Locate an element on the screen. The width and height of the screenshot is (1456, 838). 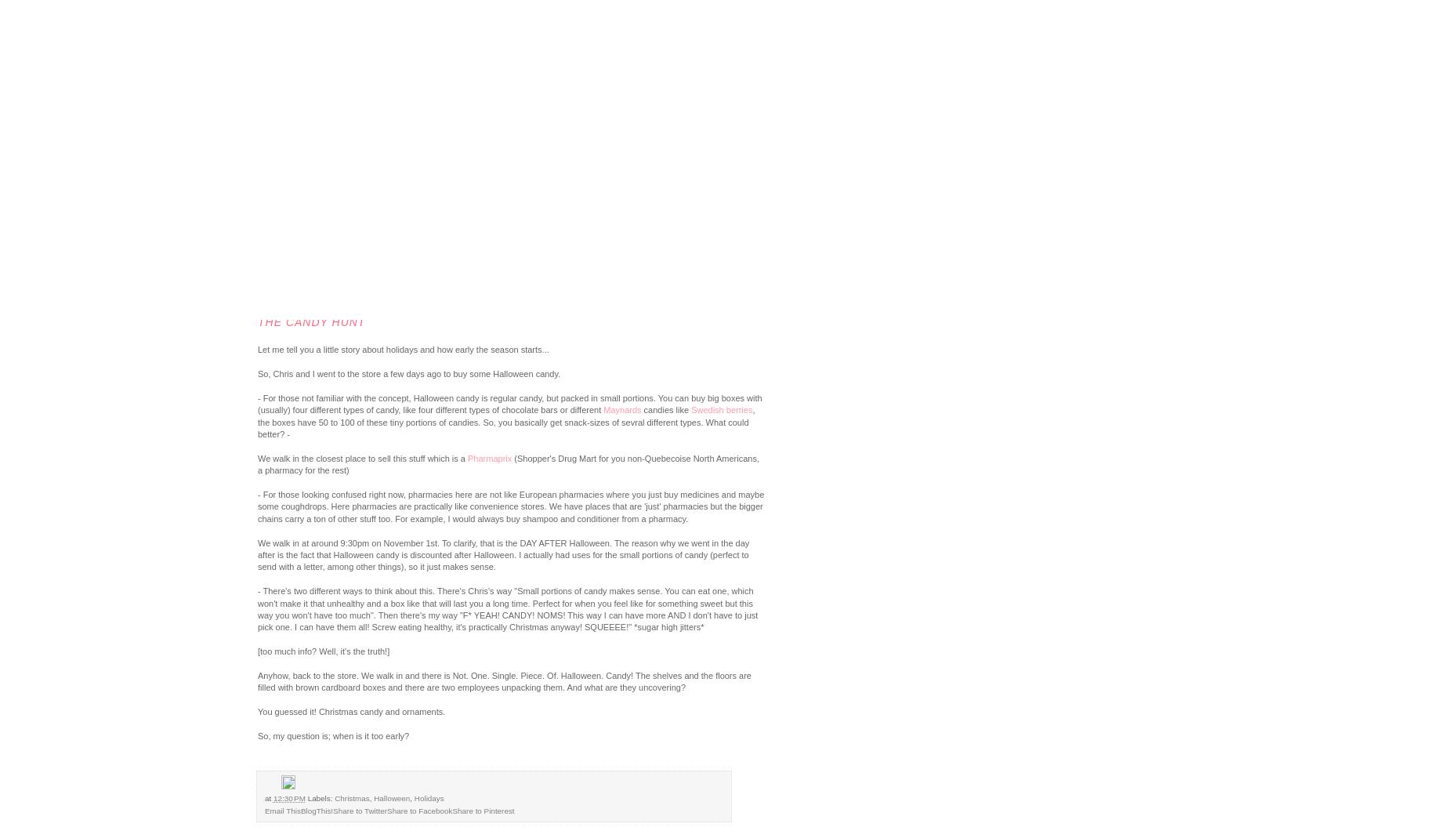
'Vintage paper Packs' is located at coordinates (100, 259).